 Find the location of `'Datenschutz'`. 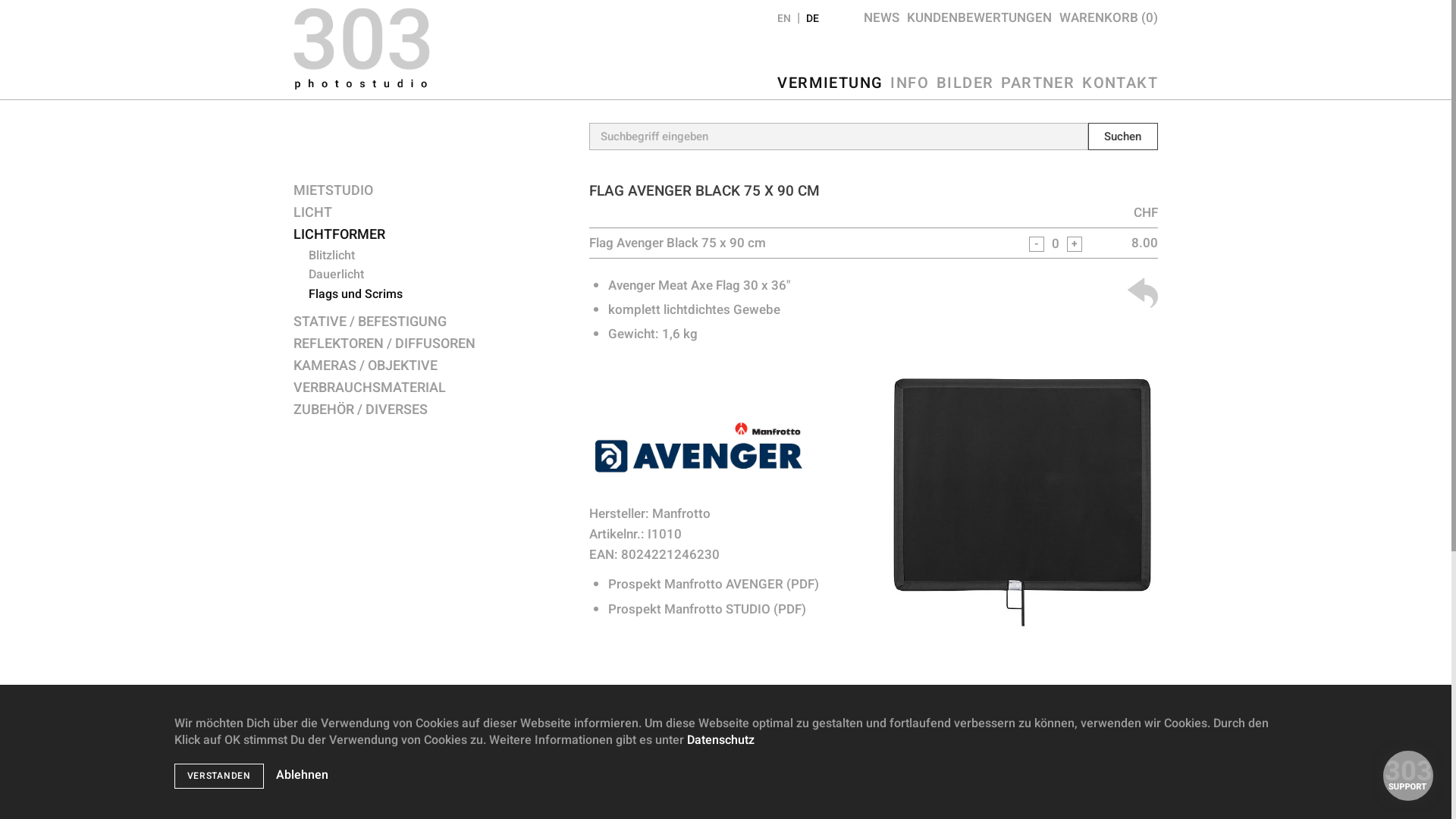

'Datenschutz' is located at coordinates (720, 739).